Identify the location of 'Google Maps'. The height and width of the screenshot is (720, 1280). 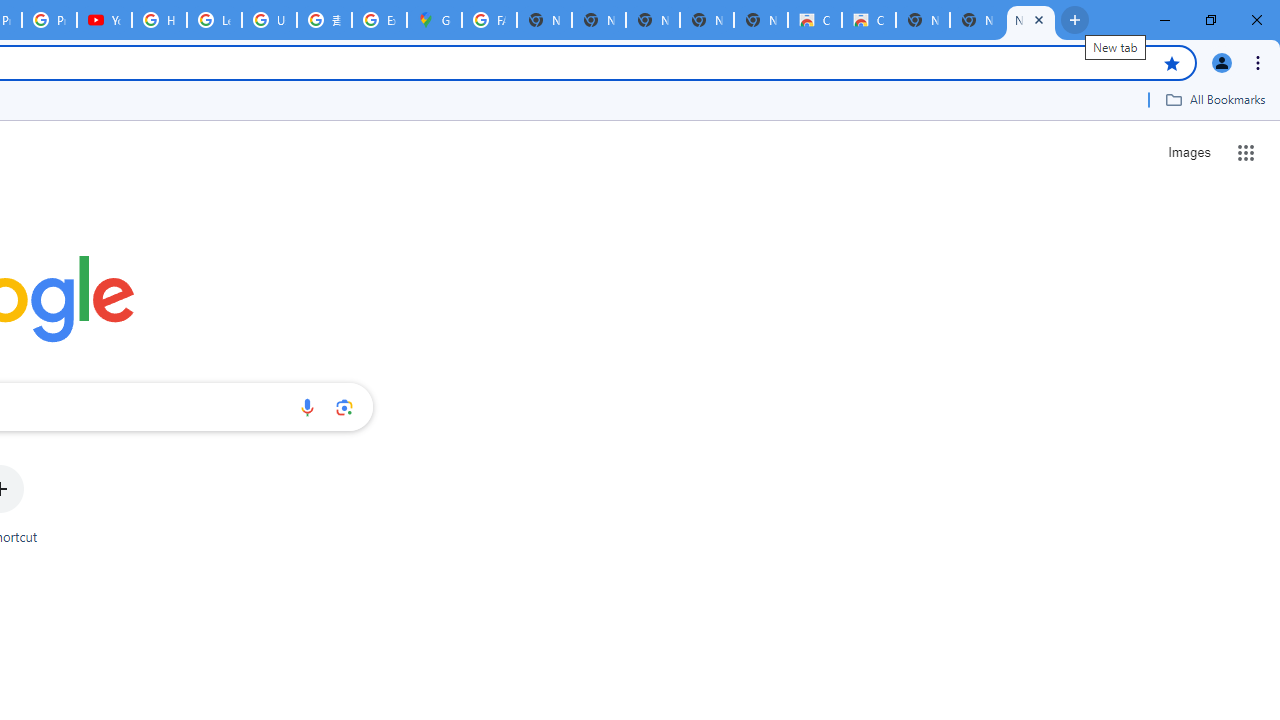
(433, 20).